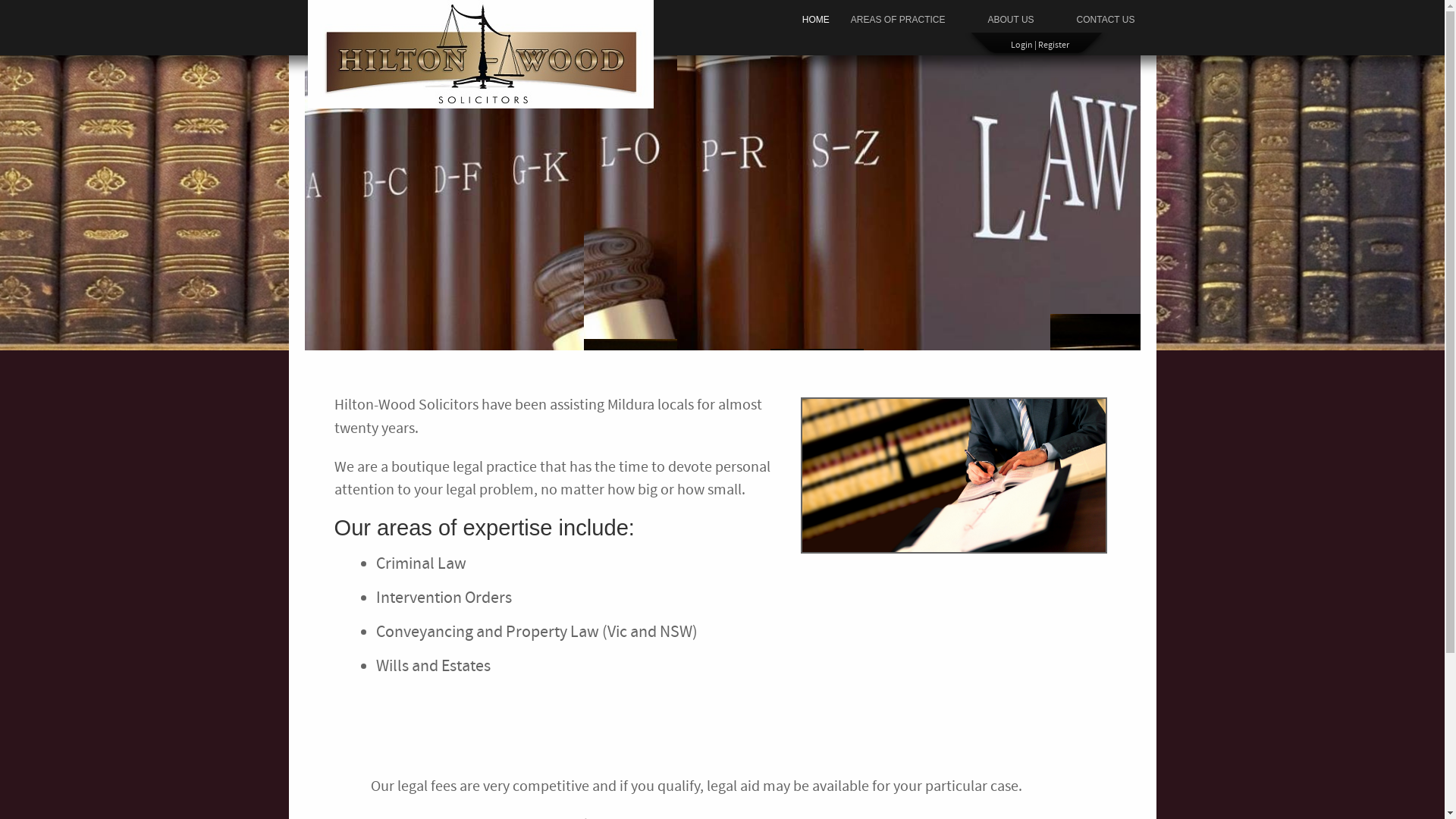  What do you see at coordinates (1010, 20) in the screenshot?
I see `'ABOUT US'` at bounding box center [1010, 20].